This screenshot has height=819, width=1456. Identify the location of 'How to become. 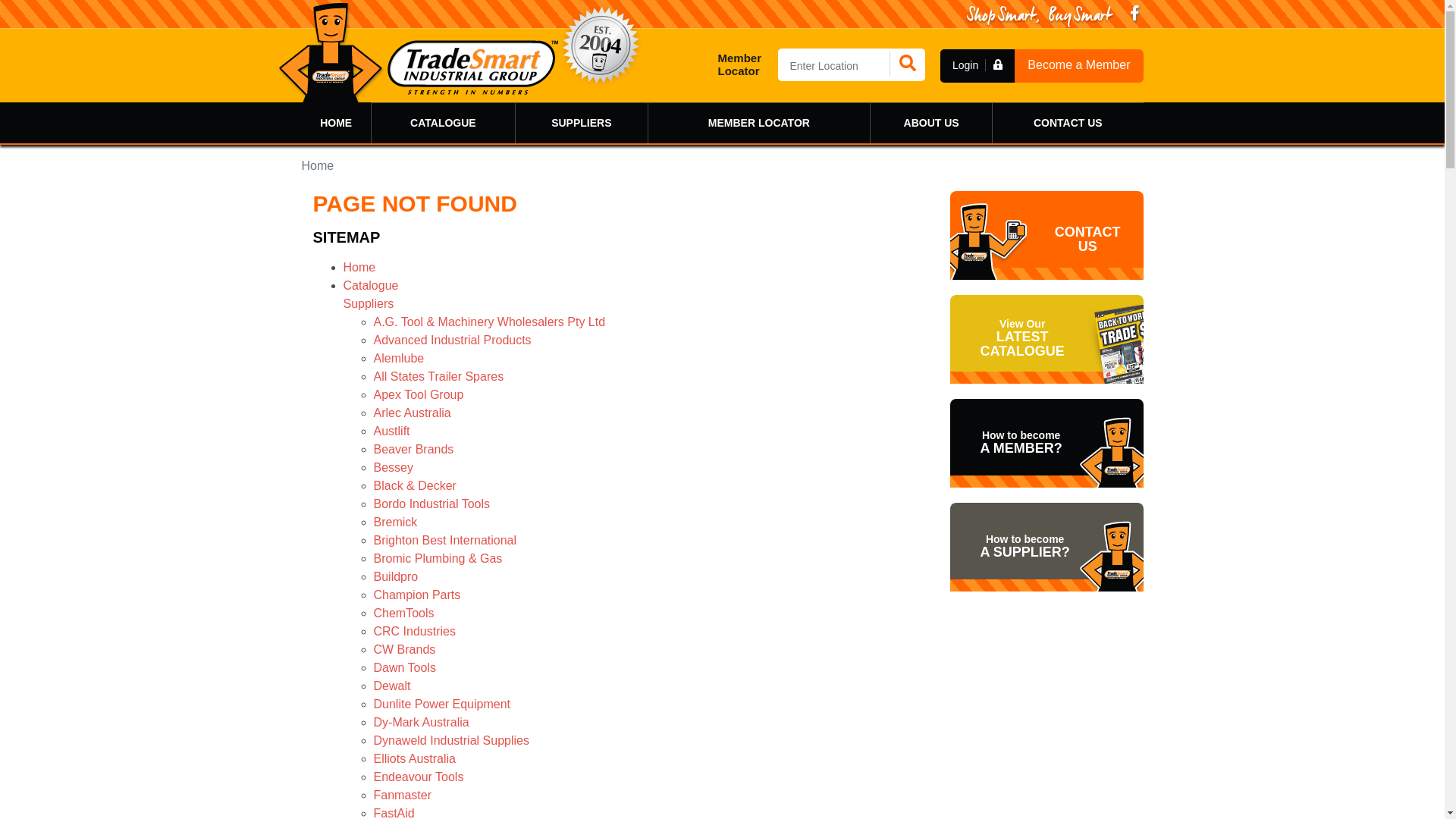
(1045, 443).